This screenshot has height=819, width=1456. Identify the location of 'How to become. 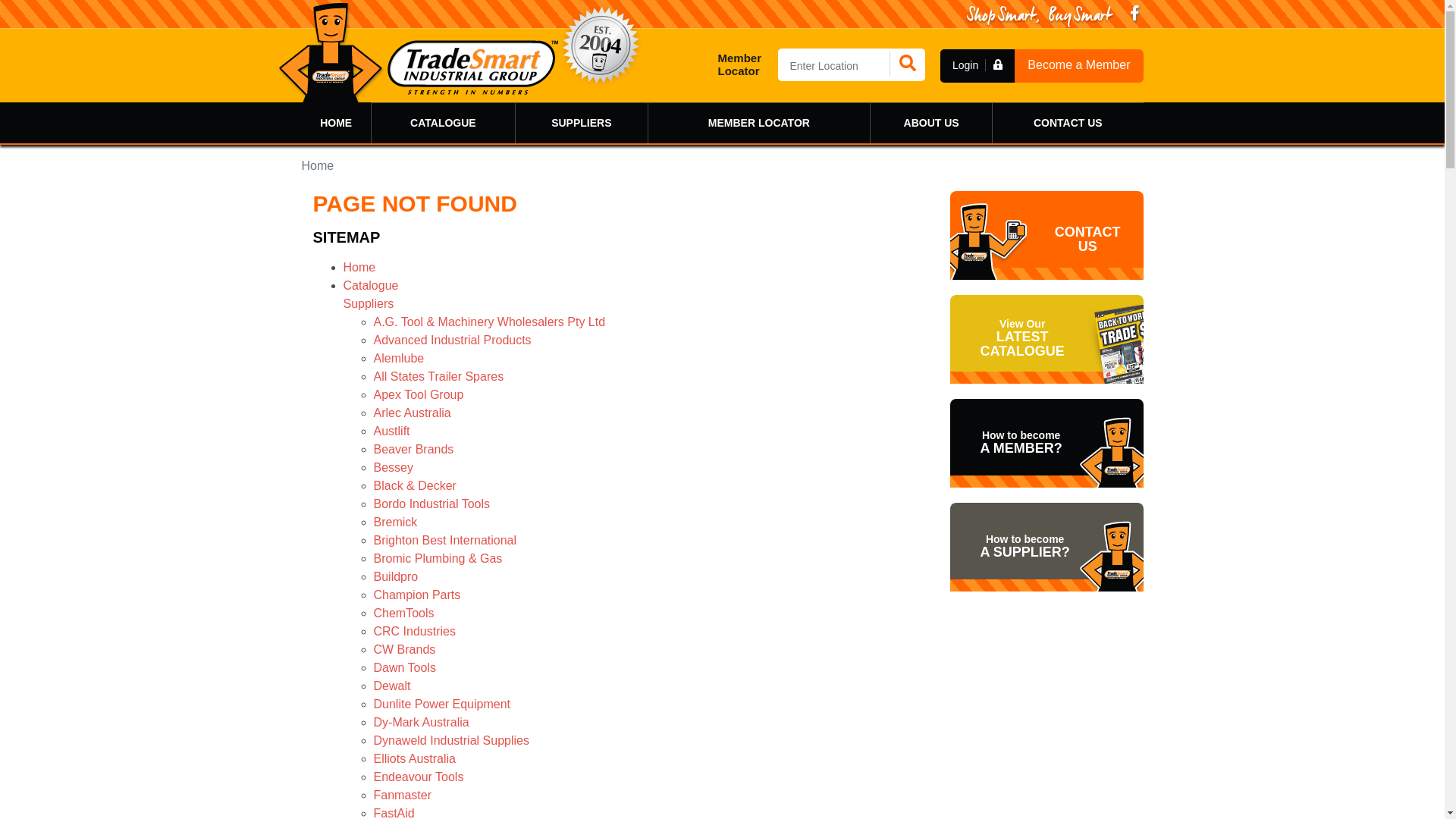
(1045, 443).